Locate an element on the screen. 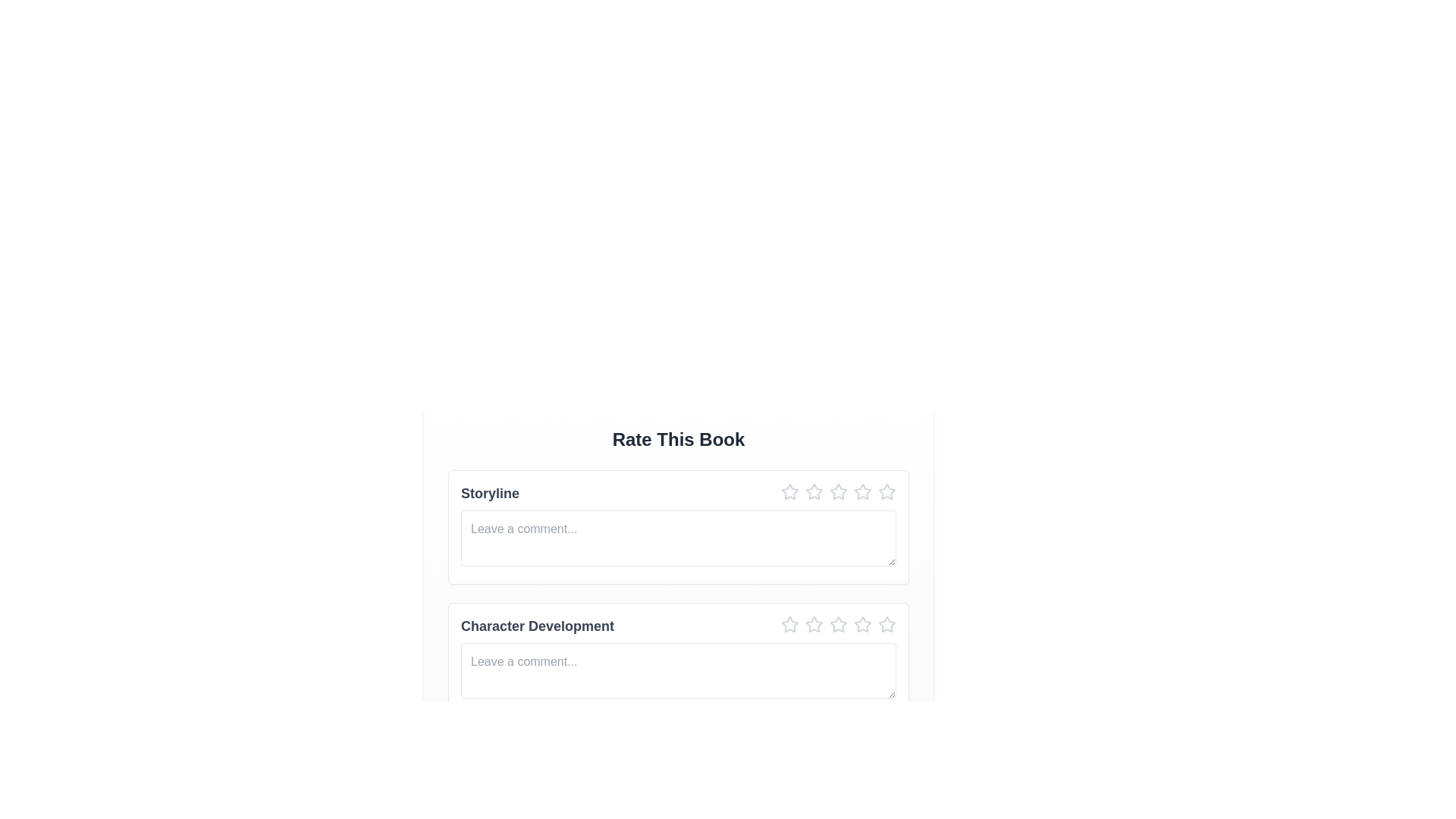 The width and height of the screenshot is (1456, 819). the first star-shaped rating icon in the horizontal set, located above the 'Character Development' section is located at coordinates (789, 491).